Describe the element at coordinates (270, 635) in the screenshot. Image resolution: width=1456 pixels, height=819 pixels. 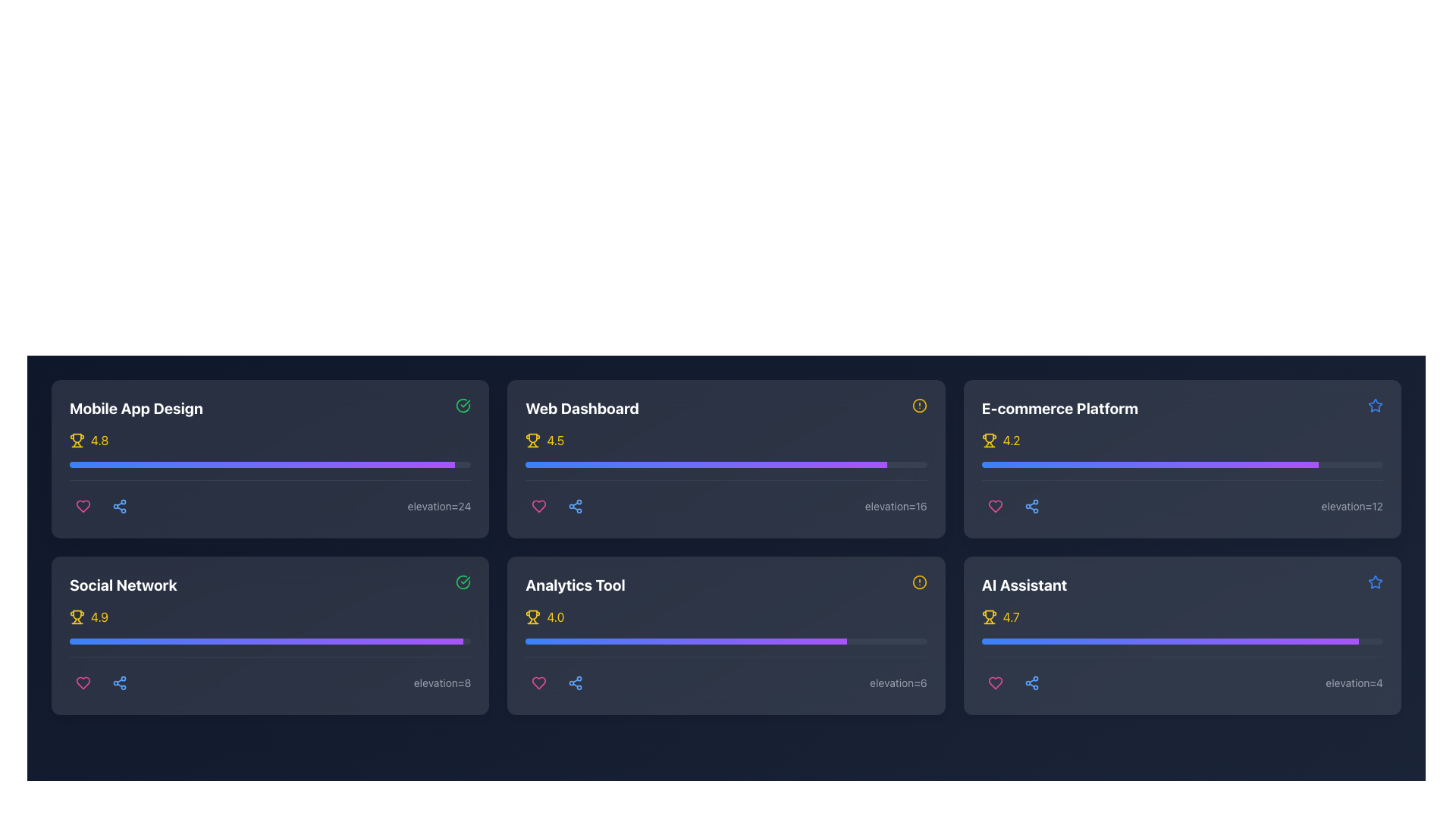
I see `the 'Social Network' card, which is the fourth card in the grid layout` at that location.